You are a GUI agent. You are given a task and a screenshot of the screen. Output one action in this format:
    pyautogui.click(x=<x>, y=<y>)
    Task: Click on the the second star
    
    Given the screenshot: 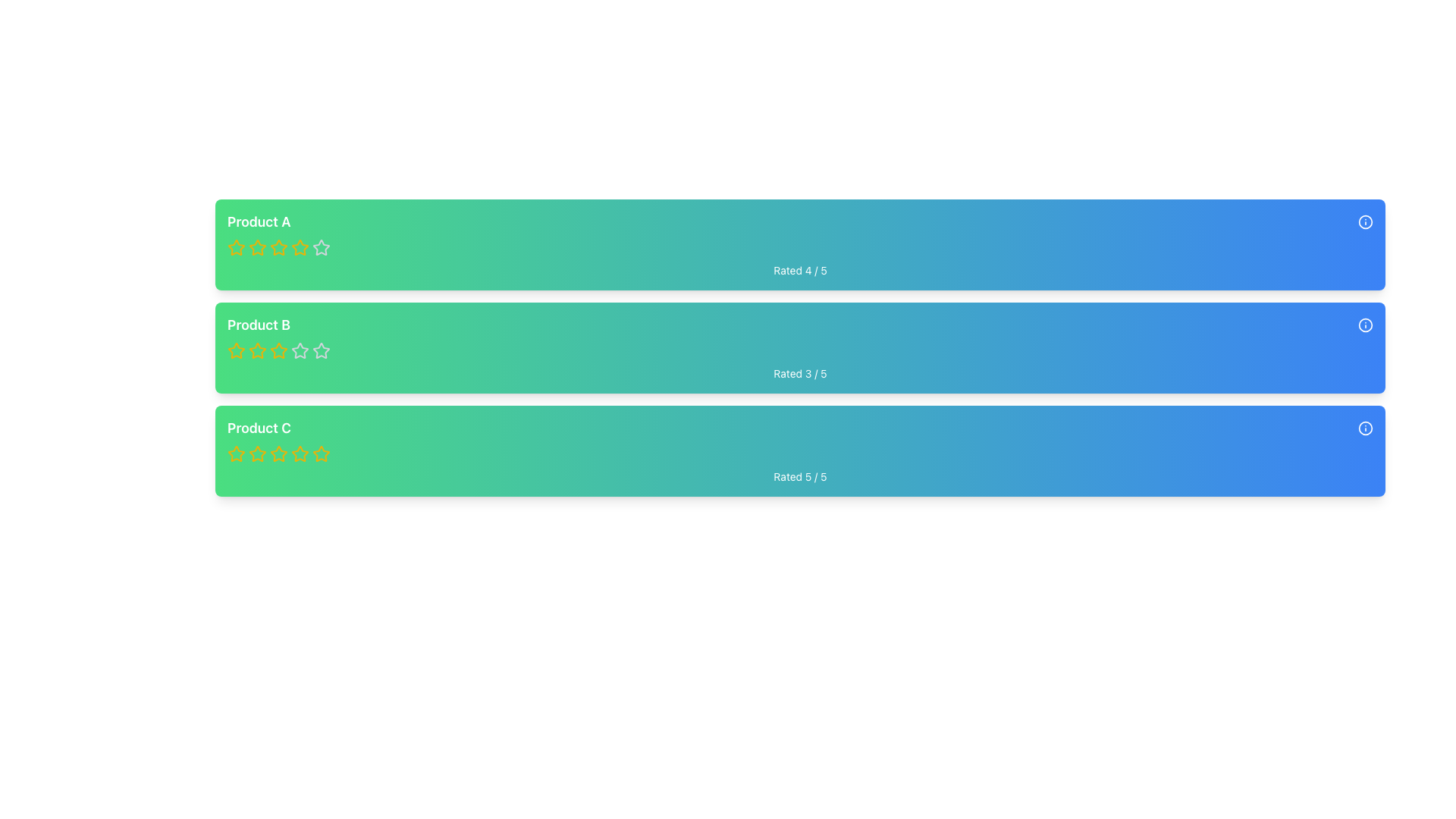 What is the action you would take?
    pyautogui.click(x=300, y=453)
    